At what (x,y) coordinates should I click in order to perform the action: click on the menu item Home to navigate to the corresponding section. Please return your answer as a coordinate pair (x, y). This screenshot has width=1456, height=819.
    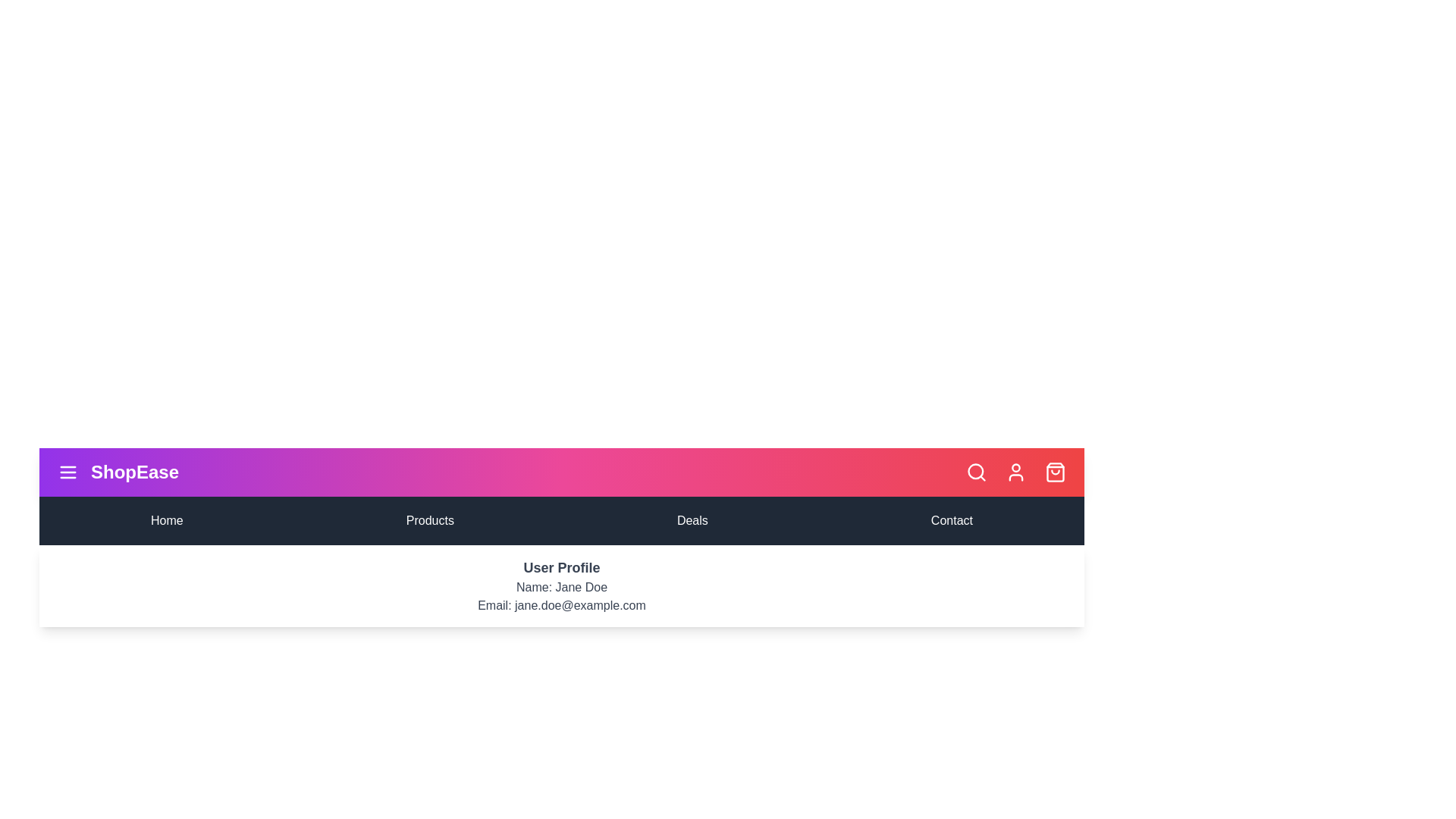
    Looking at the image, I should click on (167, 519).